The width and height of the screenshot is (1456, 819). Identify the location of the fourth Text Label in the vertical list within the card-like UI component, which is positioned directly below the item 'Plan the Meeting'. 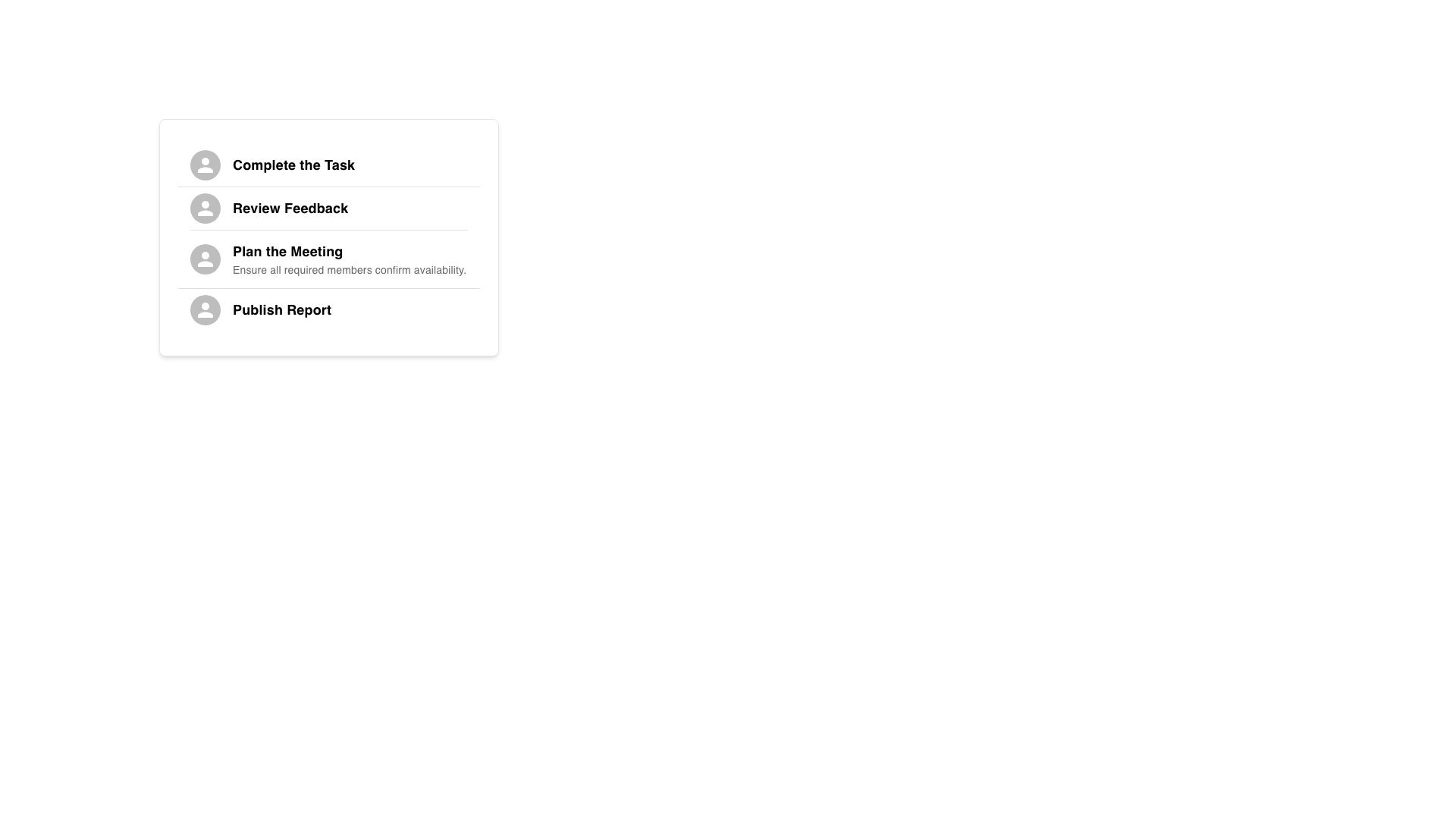
(282, 309).